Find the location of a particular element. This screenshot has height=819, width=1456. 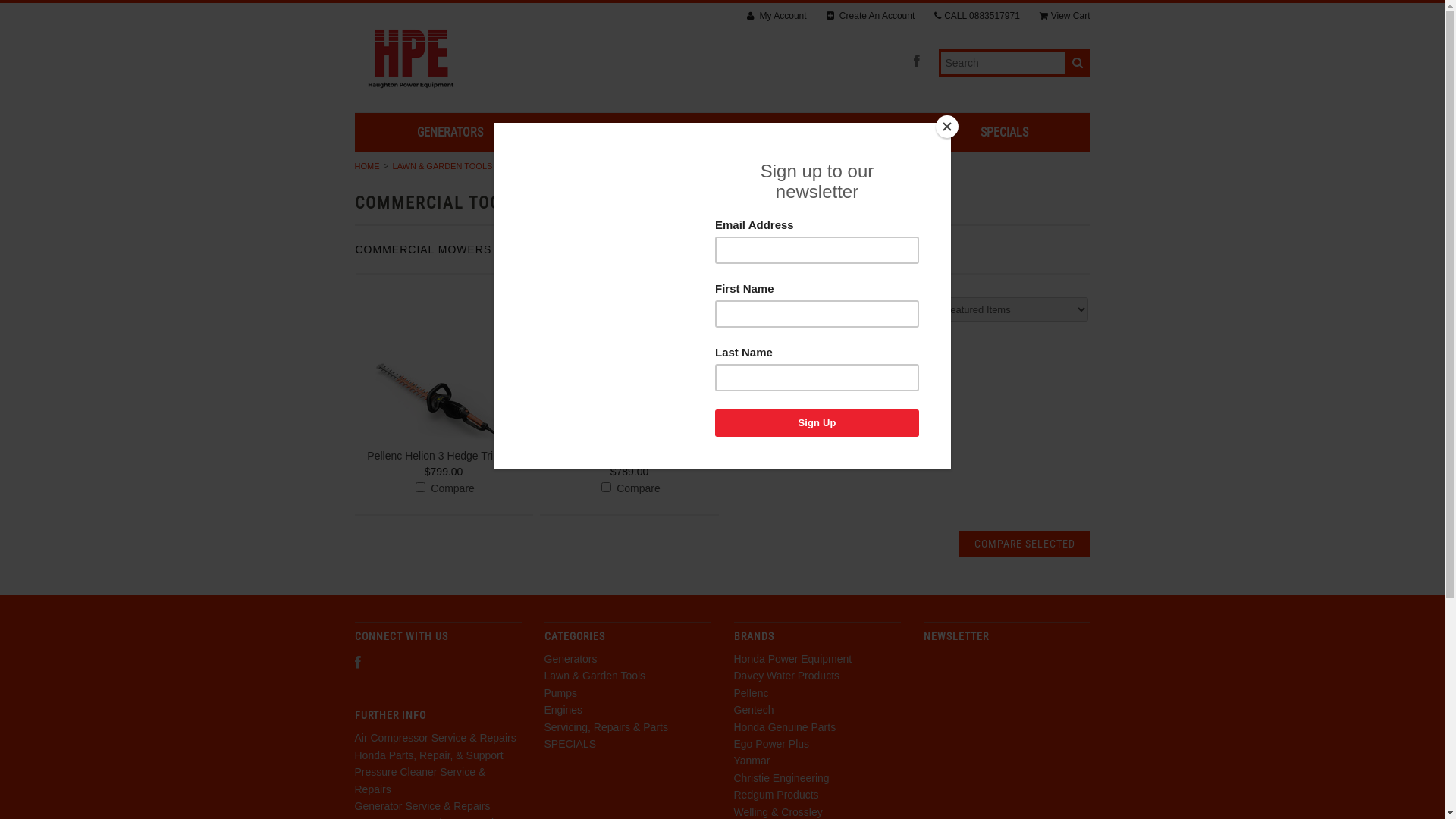

'View Cart' is located at coordinates (1064, 16).